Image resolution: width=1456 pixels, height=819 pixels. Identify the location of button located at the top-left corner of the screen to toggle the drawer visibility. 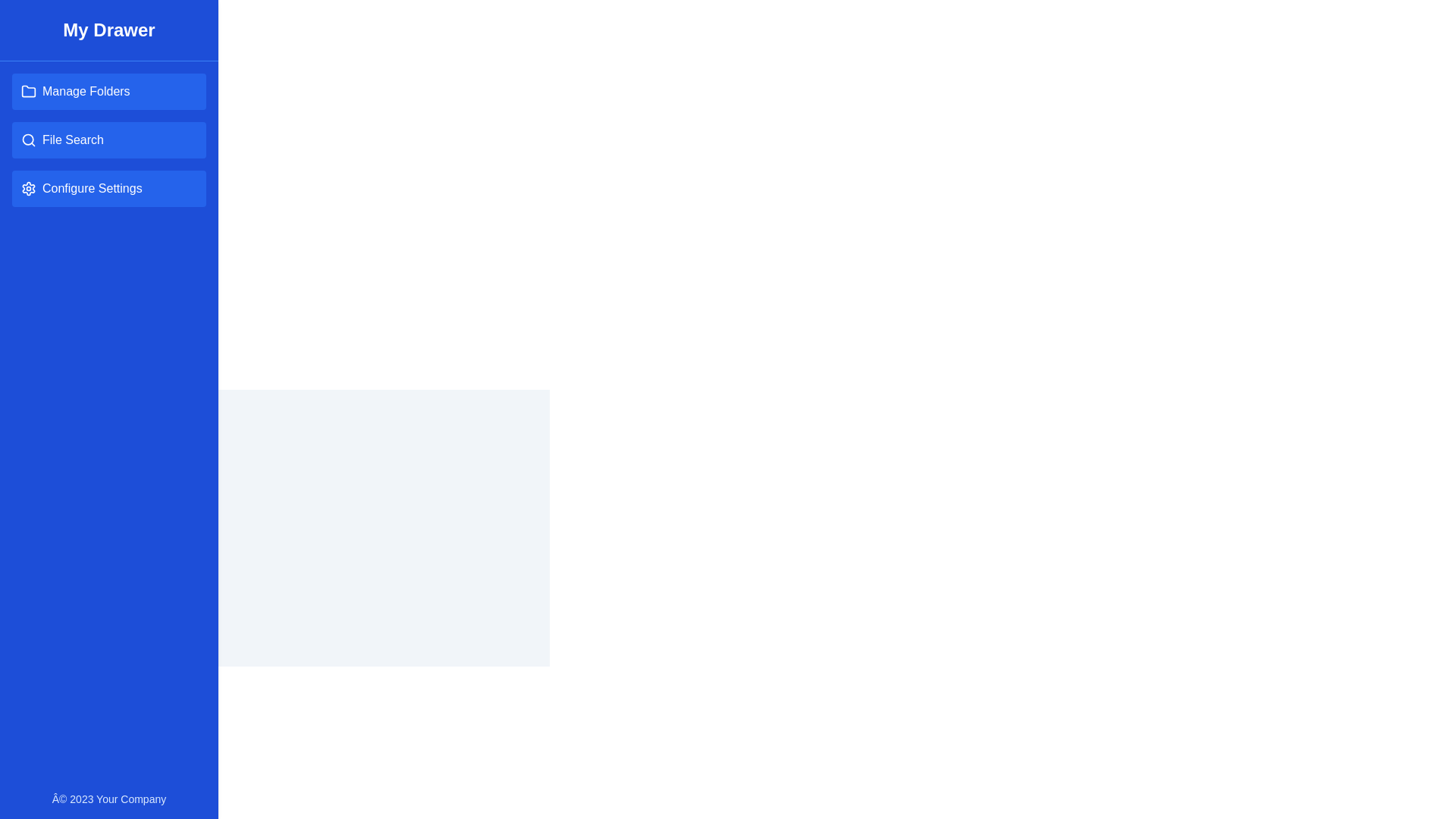
(33, 33).